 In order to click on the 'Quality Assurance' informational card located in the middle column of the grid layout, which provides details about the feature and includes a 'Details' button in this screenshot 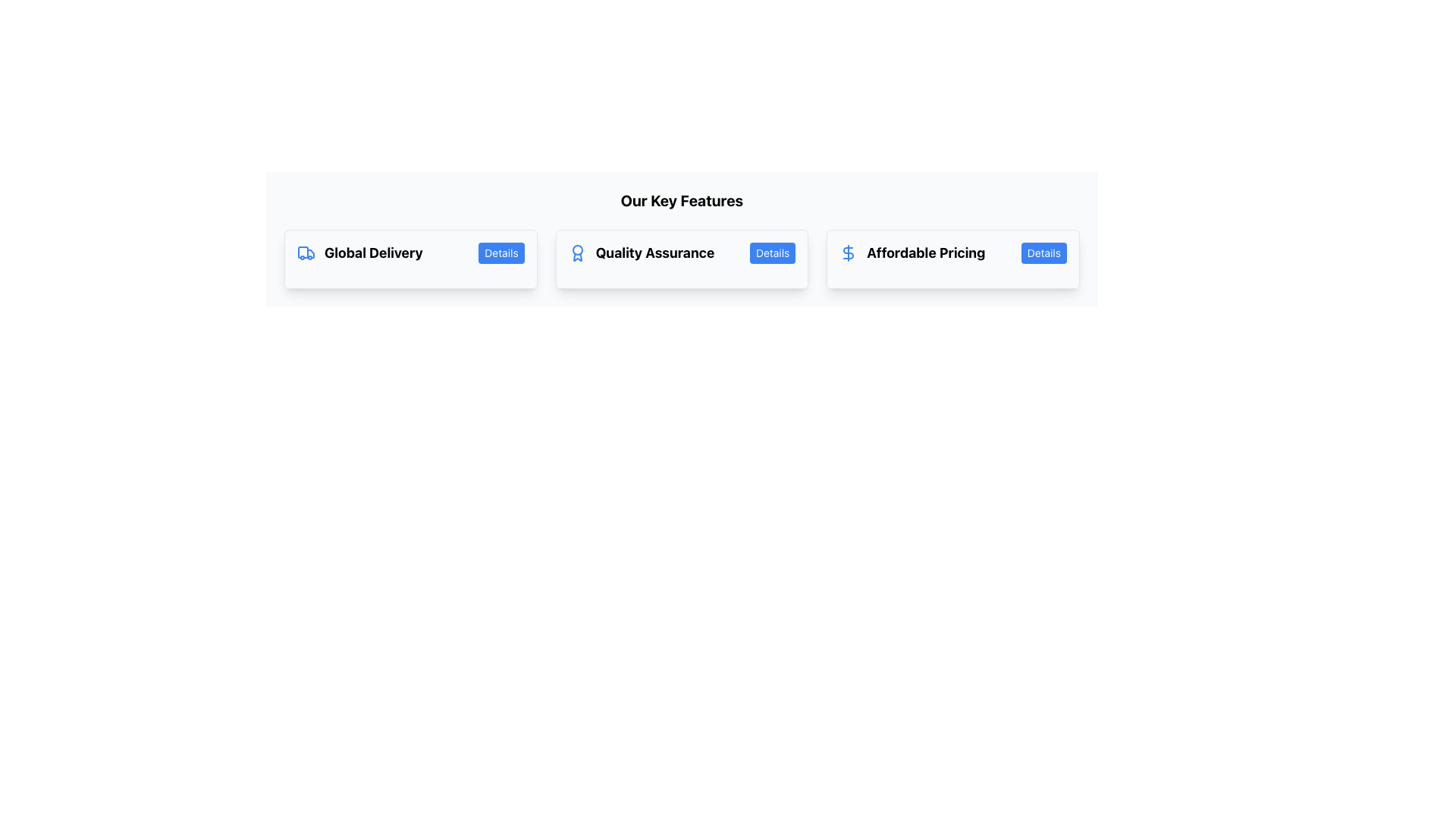, I will do `click(681, 259)`.